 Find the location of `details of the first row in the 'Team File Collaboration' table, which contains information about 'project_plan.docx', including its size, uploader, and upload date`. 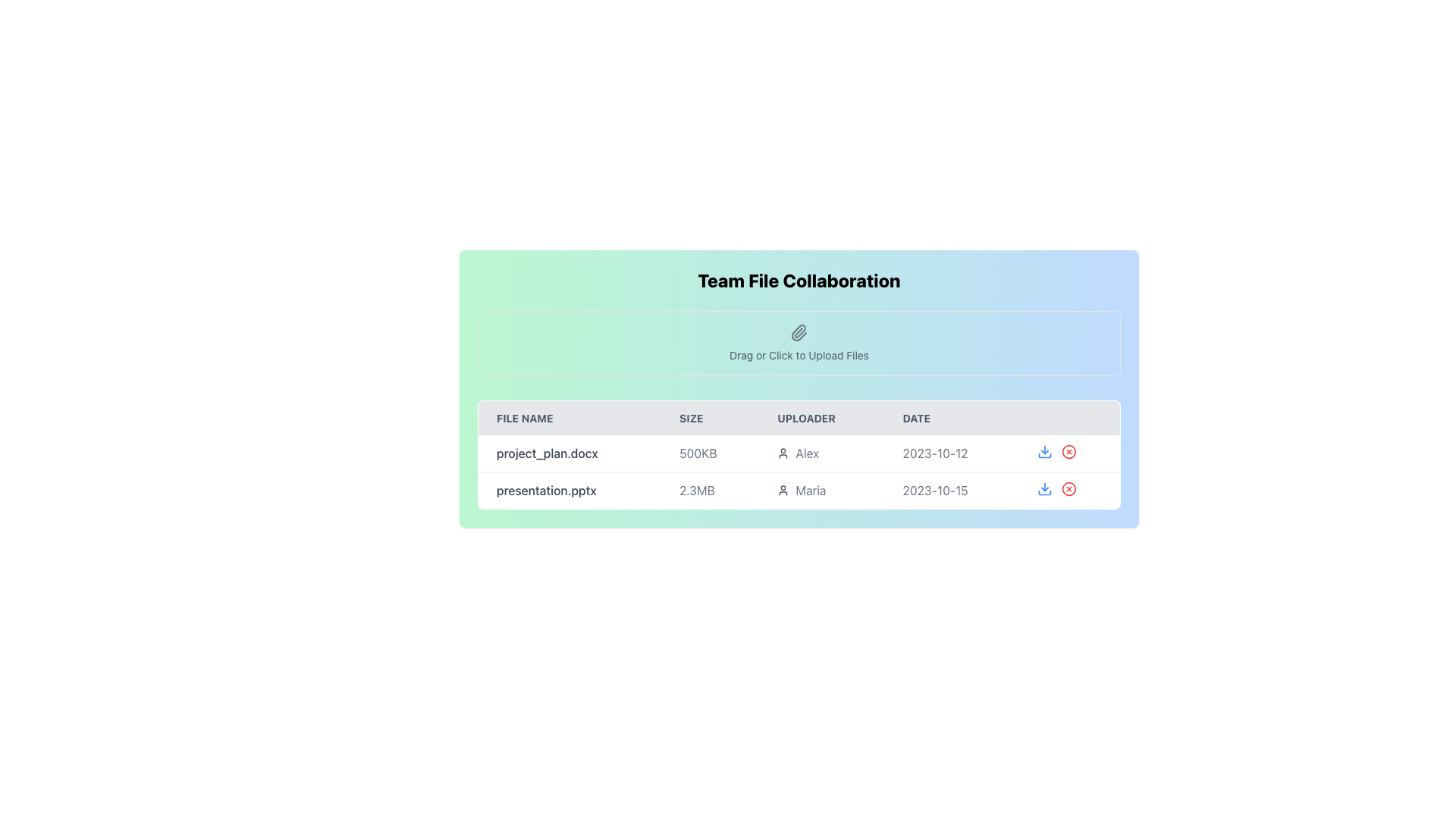

details of the first row in the 'Team File Collaboration' table, which contains information about 'project_plan.docx', including its size, uploader, and upload date is located at coordinates (799, 452).